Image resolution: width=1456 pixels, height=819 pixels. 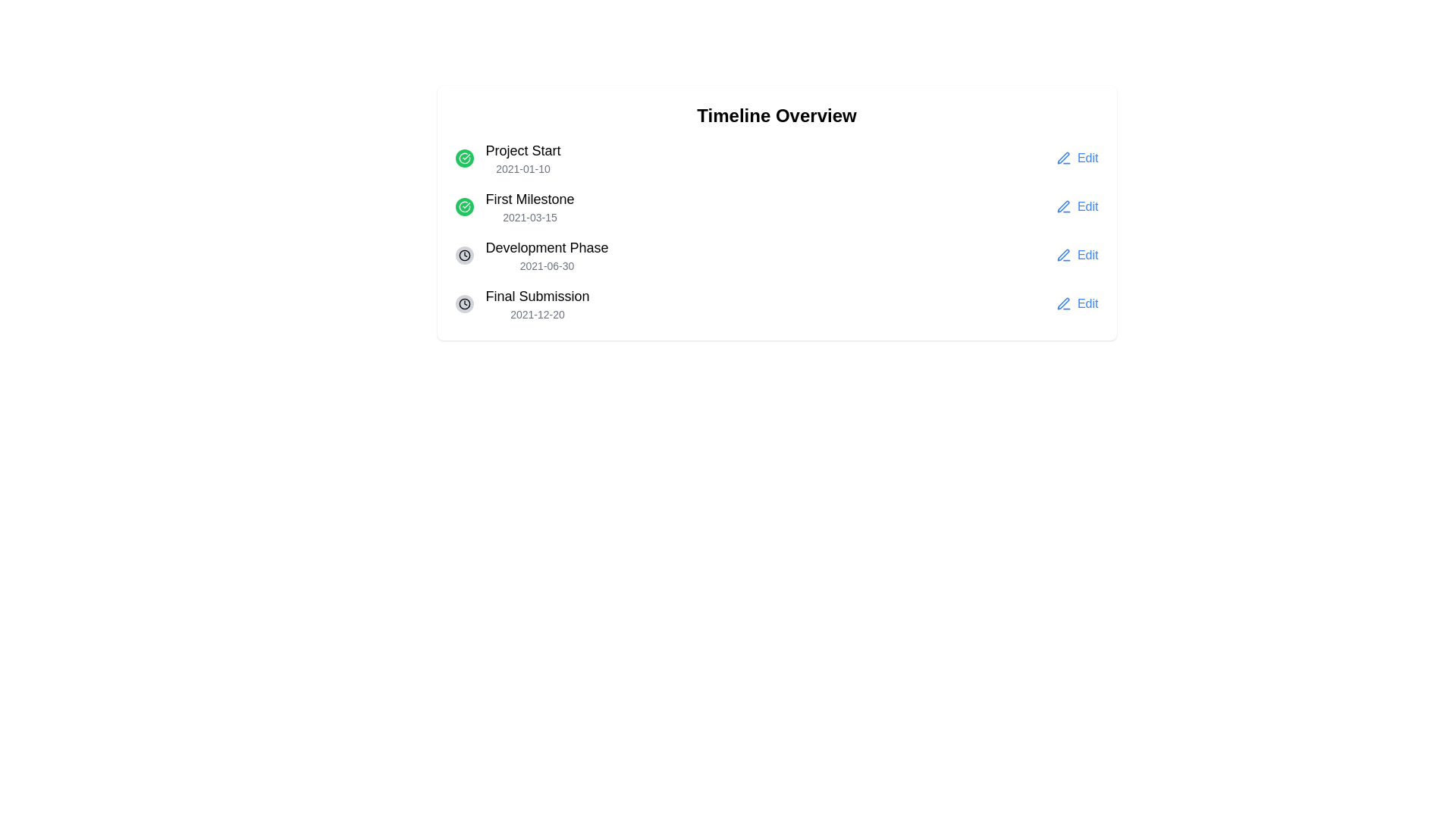 What do you see at coordinates (777, 115) in the screenshot?
I see `text content of the bold header titled 'Timeline Overview', which is centrally positioned at the top of the timeline section` at bounding box center [777, 115].